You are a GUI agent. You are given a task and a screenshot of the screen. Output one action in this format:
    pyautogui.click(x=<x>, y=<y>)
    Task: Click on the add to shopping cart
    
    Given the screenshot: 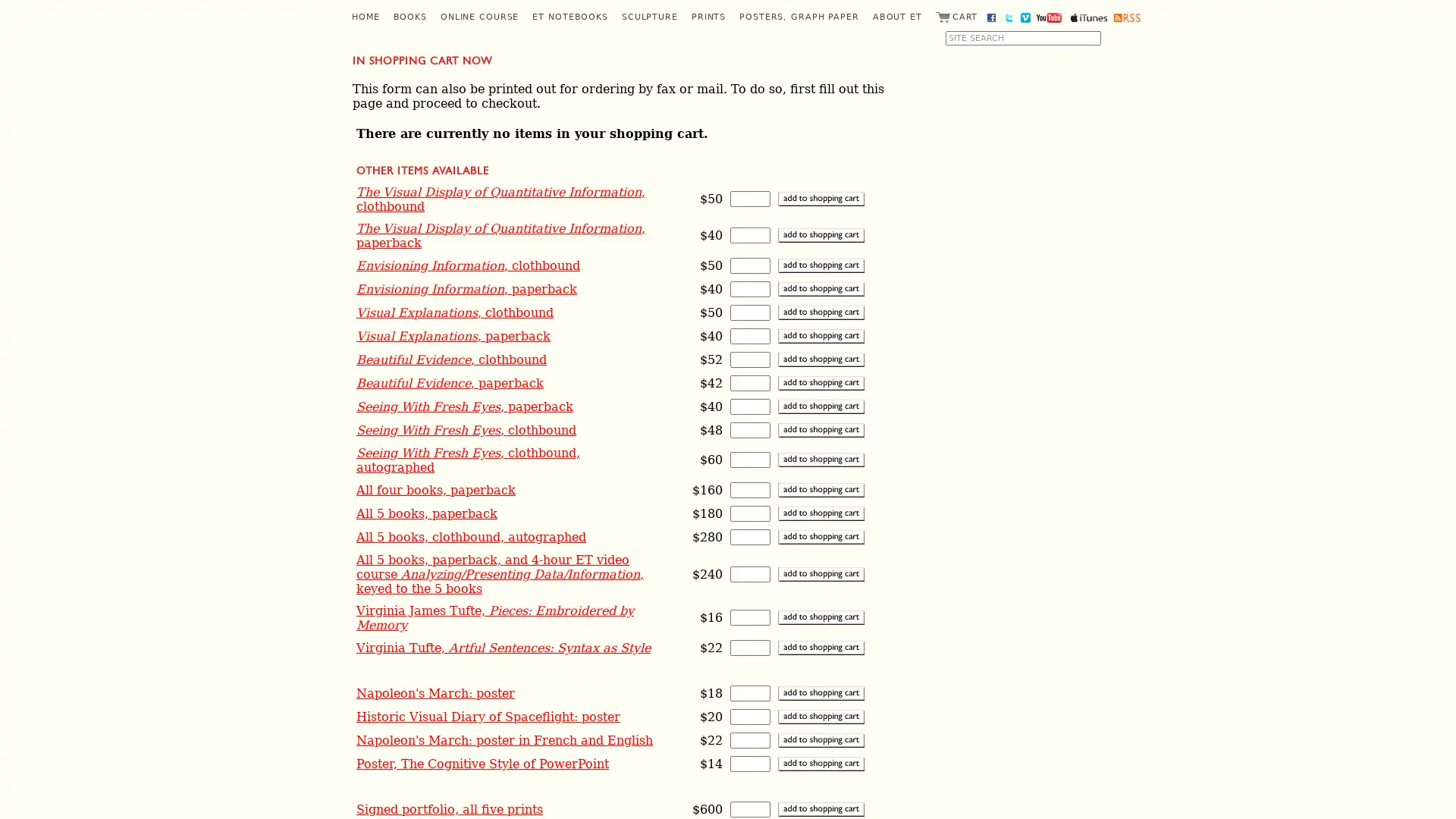 What is the action you would take?
    pyautogui.click(x=821, y=334)
    